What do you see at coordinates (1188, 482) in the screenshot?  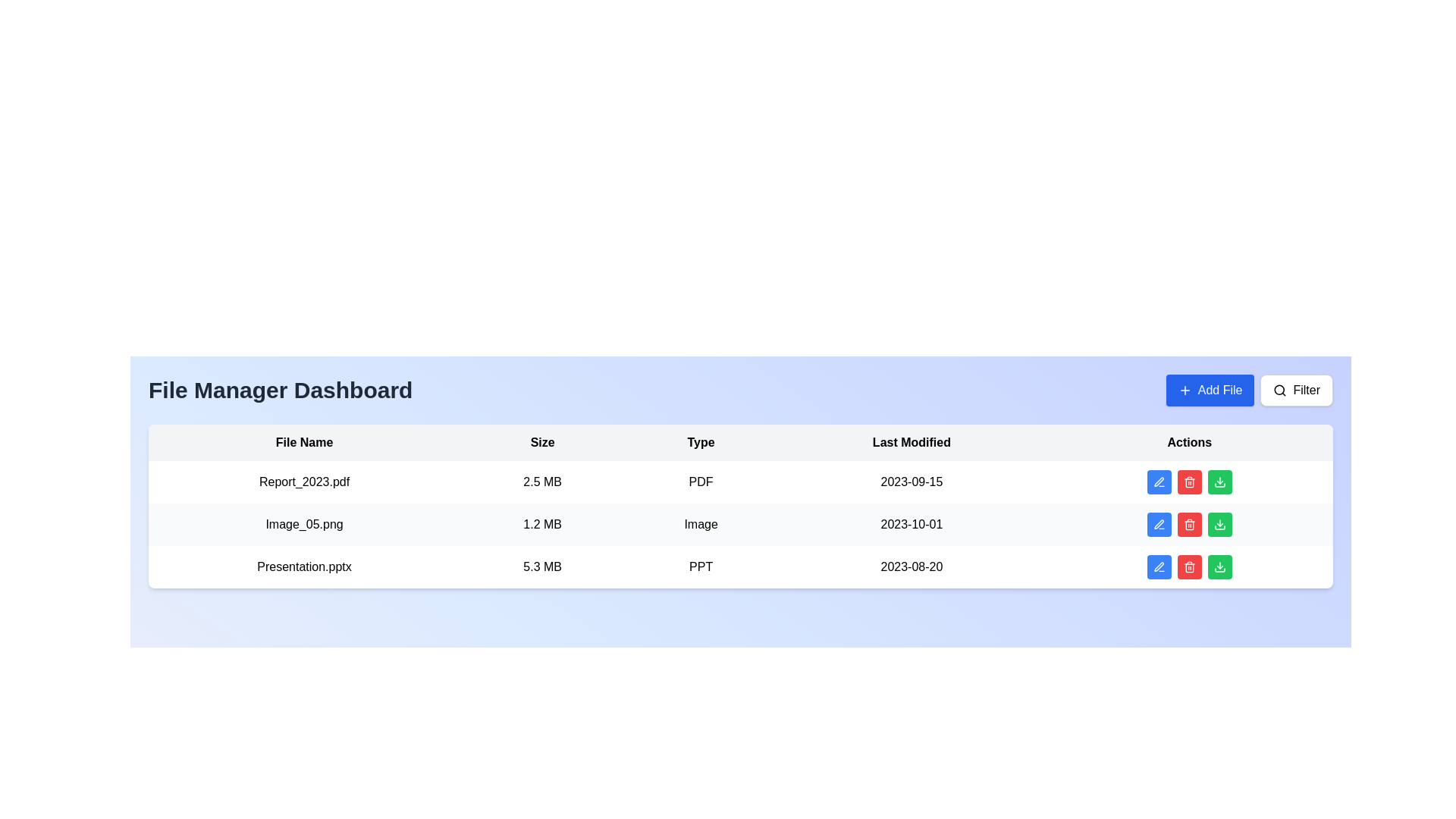 I see `the red circular delete button with a white trash can icon located in the 'Actions' column of the file manager dashboard interface to observe its CSS hover effects` at bounding box center [1188, 482].